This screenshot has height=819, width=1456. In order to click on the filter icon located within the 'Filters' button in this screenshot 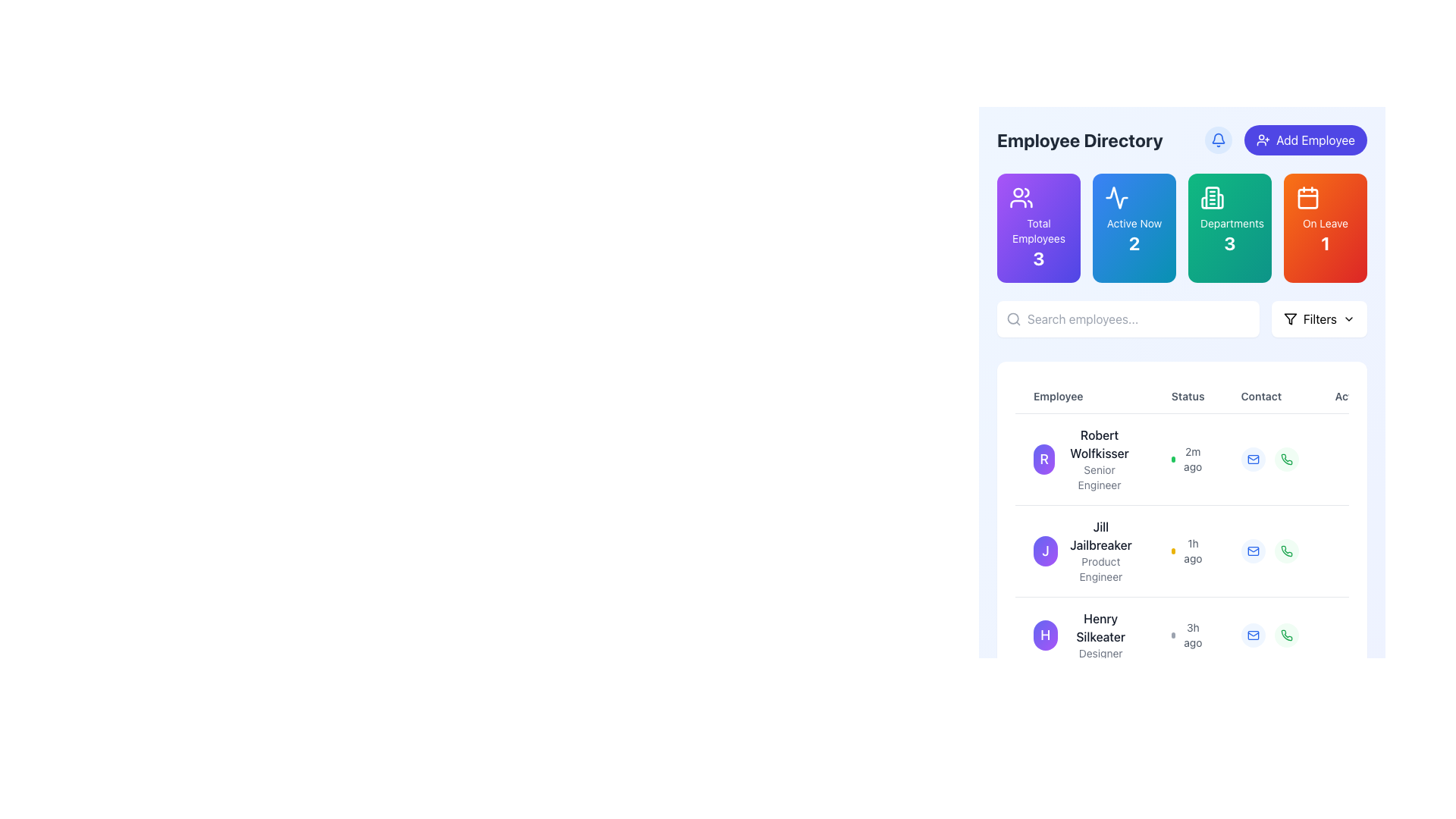, I will do `click(1289, 318)`.